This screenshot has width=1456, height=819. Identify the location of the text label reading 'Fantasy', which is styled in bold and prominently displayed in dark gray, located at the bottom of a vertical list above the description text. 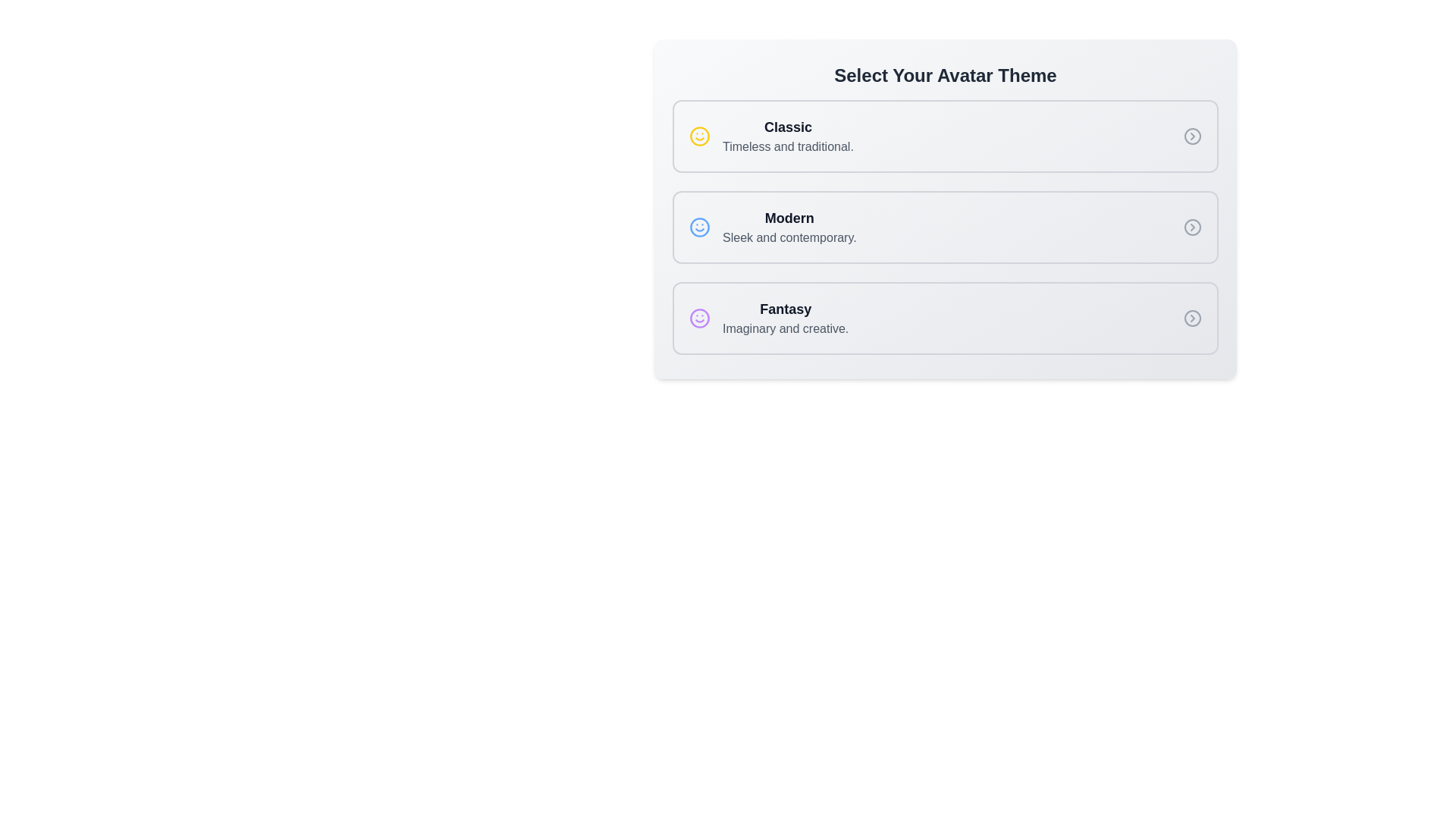
(786, 309).